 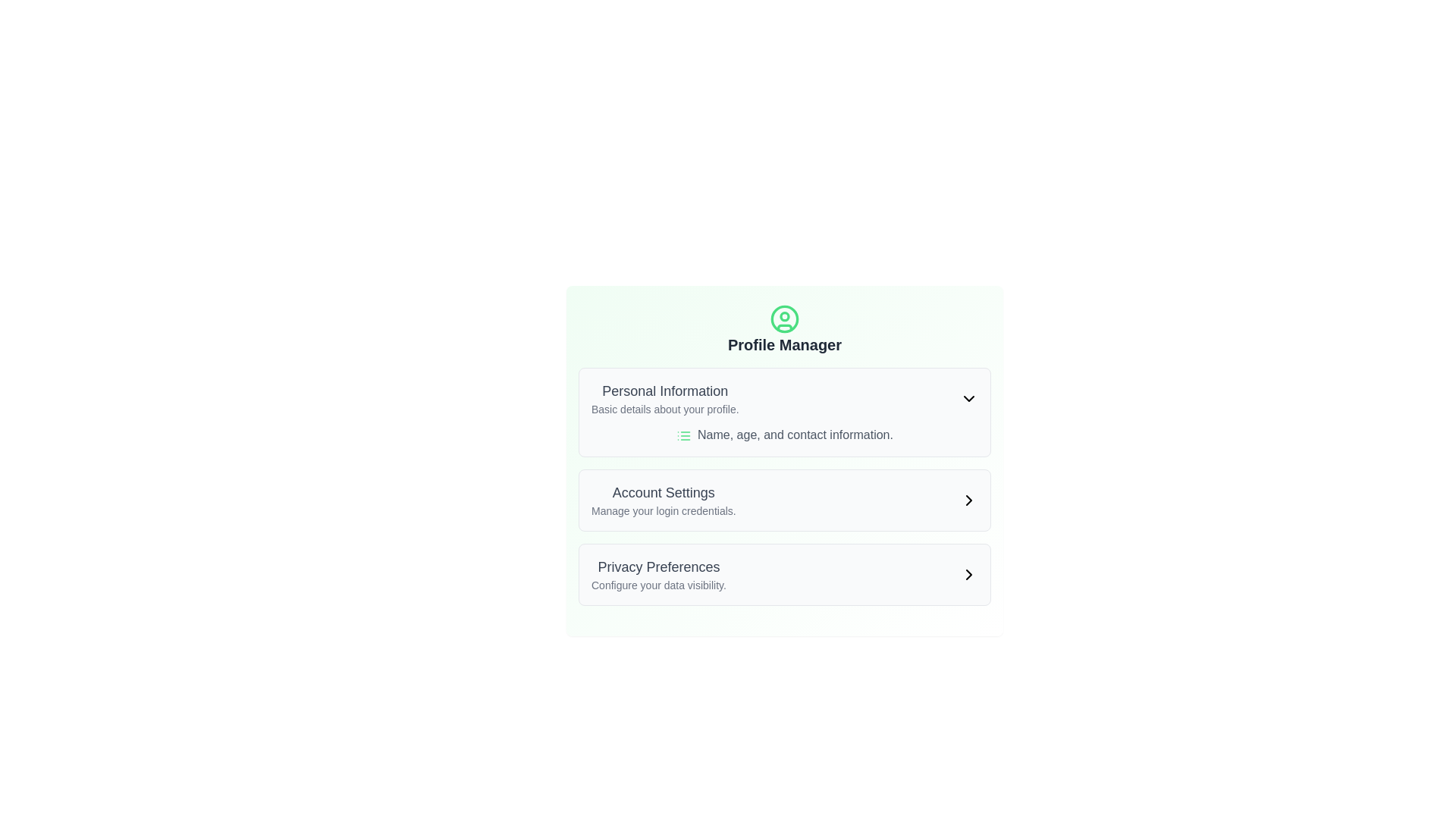 I want to click on the chevron icon located at the far right of the 'Personal Information' section, so click(x=968, y=397).